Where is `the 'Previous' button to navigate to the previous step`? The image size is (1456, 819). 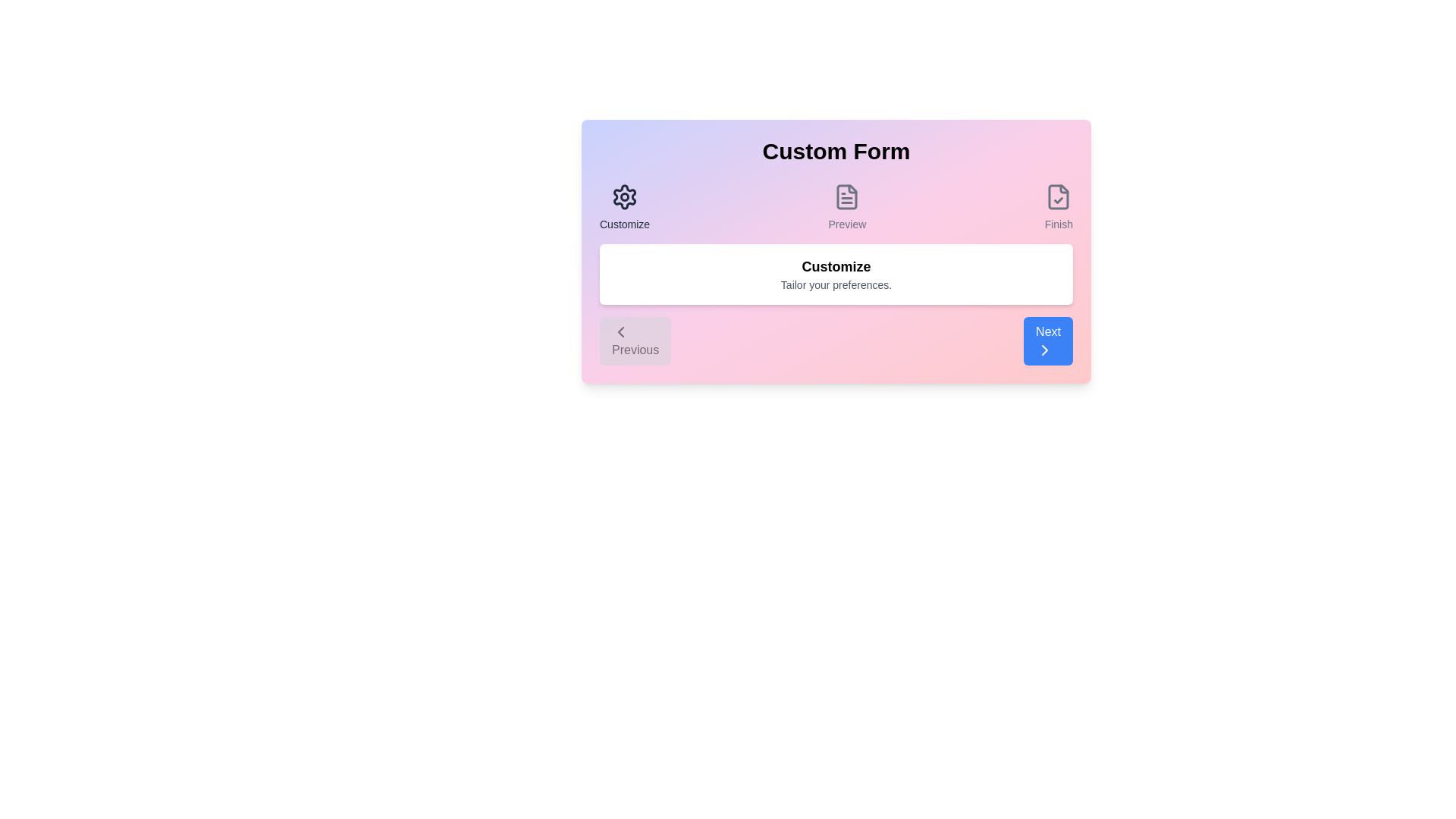 the 'Previous' button to navigate to the previous step is located at coordinates (635, 341).